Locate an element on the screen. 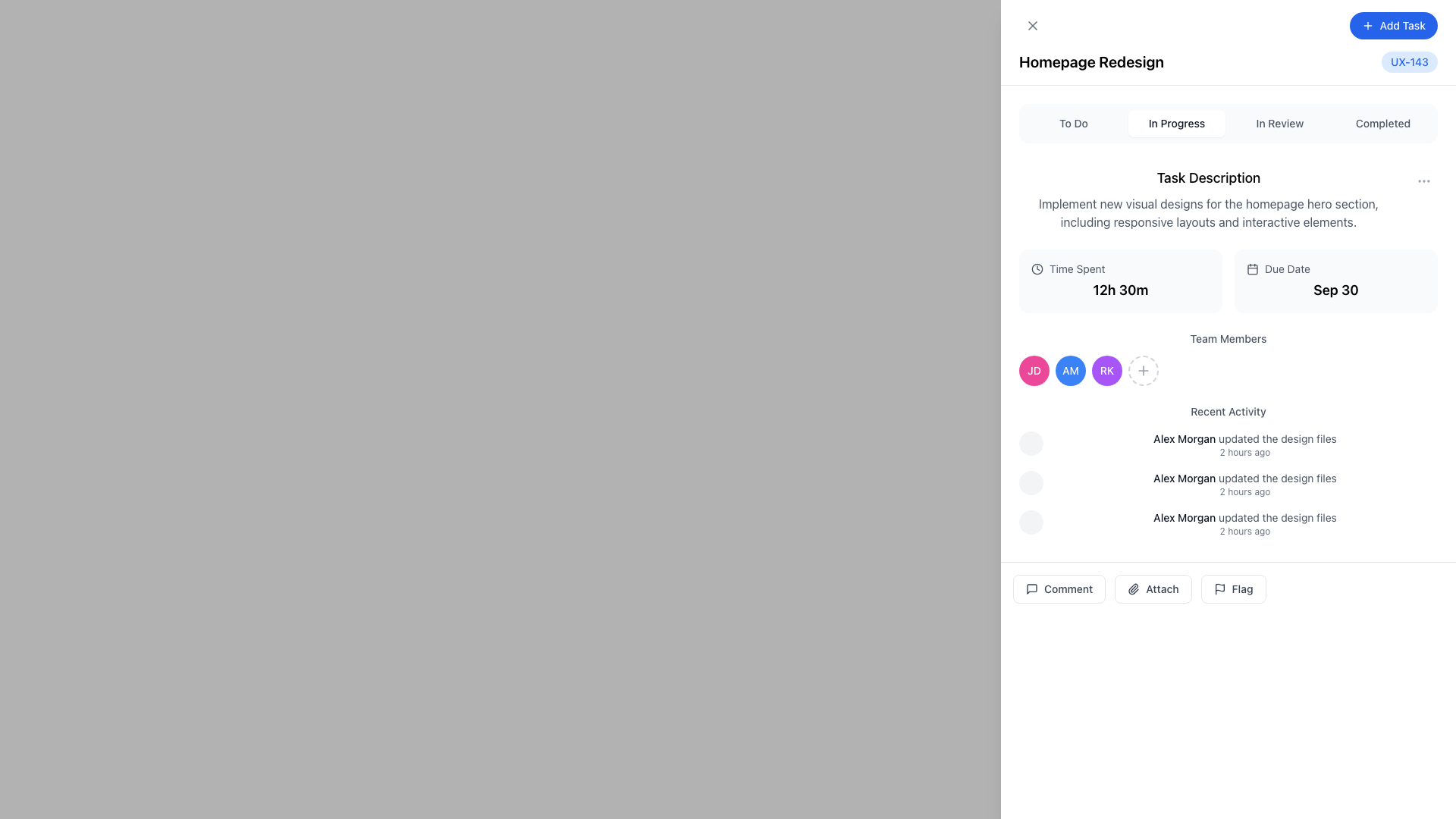 This screenshot has height=819, width=1456. the small flag-shaped icon within the 'Flag' button at the bottom-right corner of the interface is located at coordinates (1219, 588).